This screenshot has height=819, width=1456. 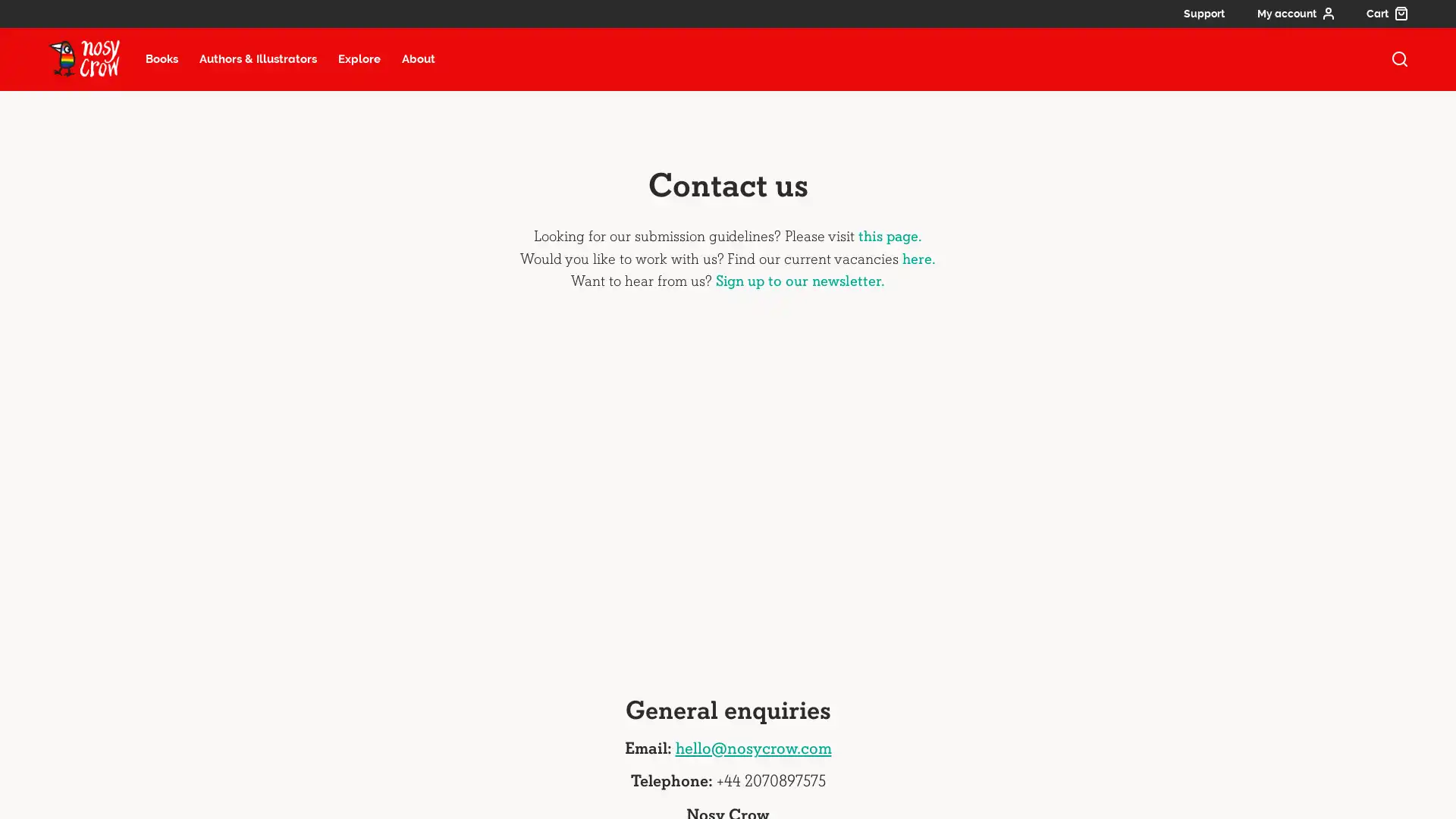 What do you see at coordinates (419, 58) in the screenshot?
I see `About menu item, select to open about submenu (13 items)` at bounding box center [419, 58].